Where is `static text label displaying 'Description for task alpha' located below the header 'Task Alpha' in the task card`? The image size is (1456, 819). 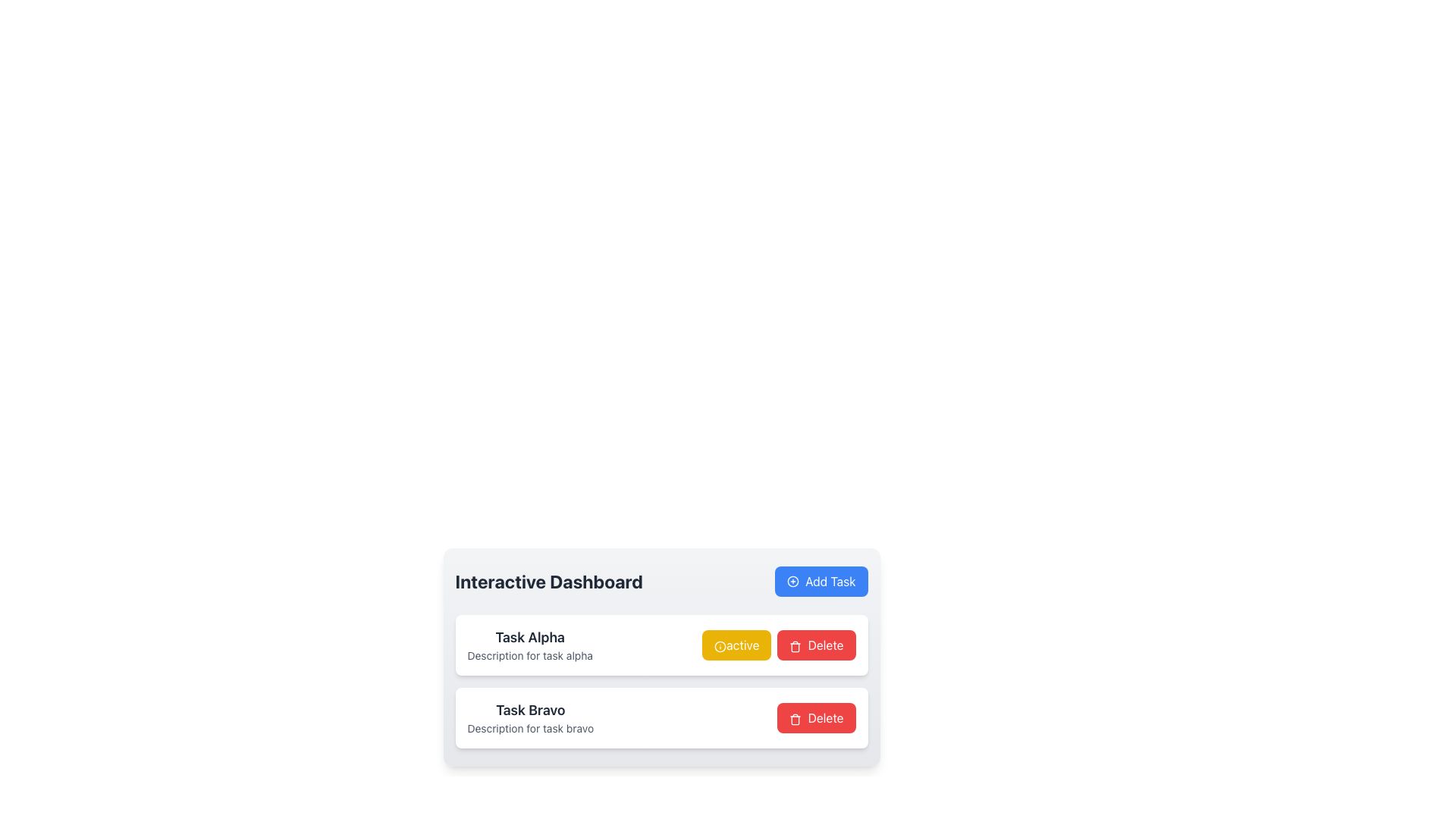 static text label displaying 'Description for task alpha' located below the header 'Task Alpha' in the task card is located at coordinates (530, 654).